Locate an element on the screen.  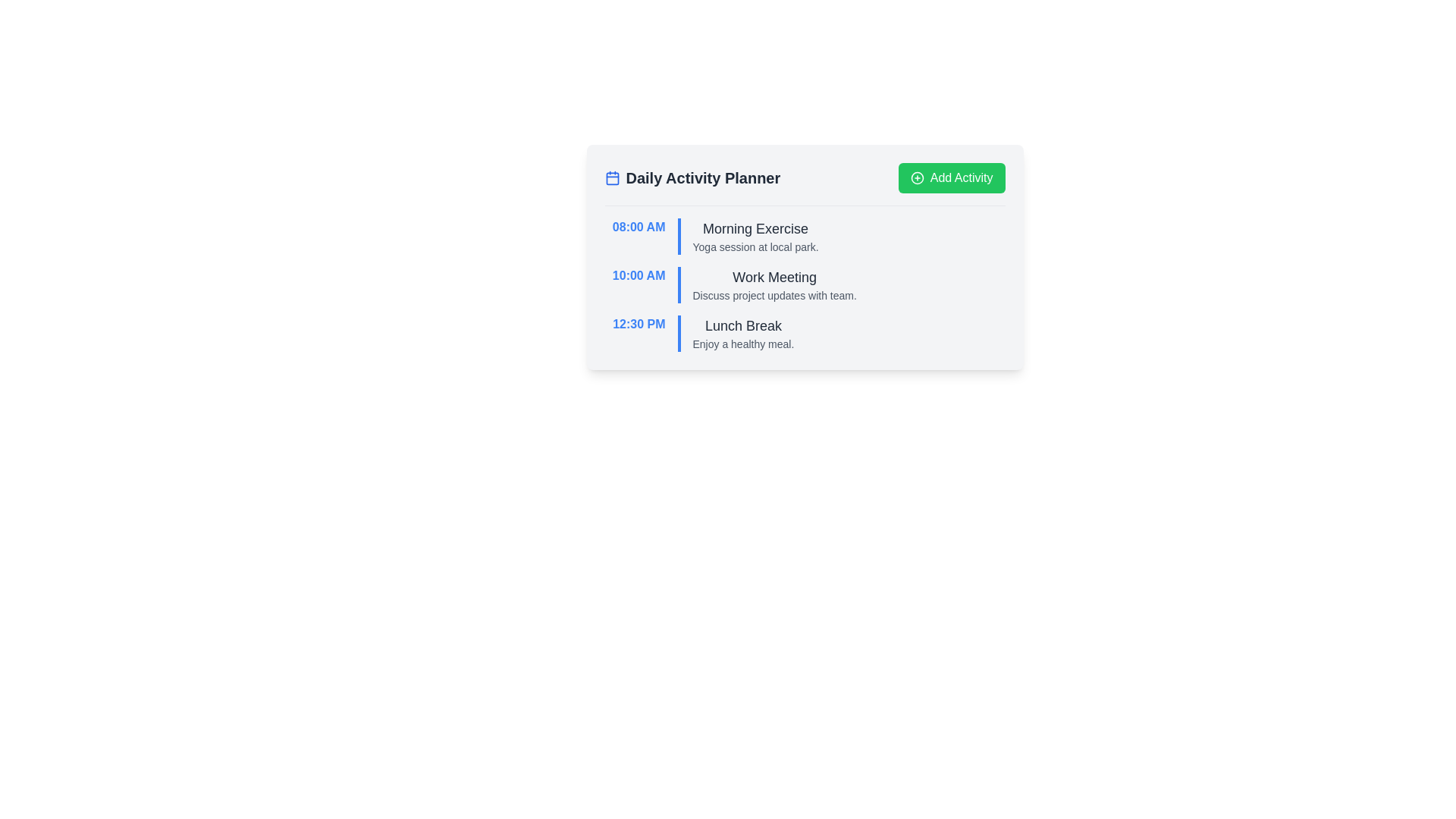
the text label displaying 'Morning Exercise' and 'Yoga session at local park.' which is styled with a vertical blue bar to the left and is located in the second column of a three-column list is located at coordinates (748, 237).